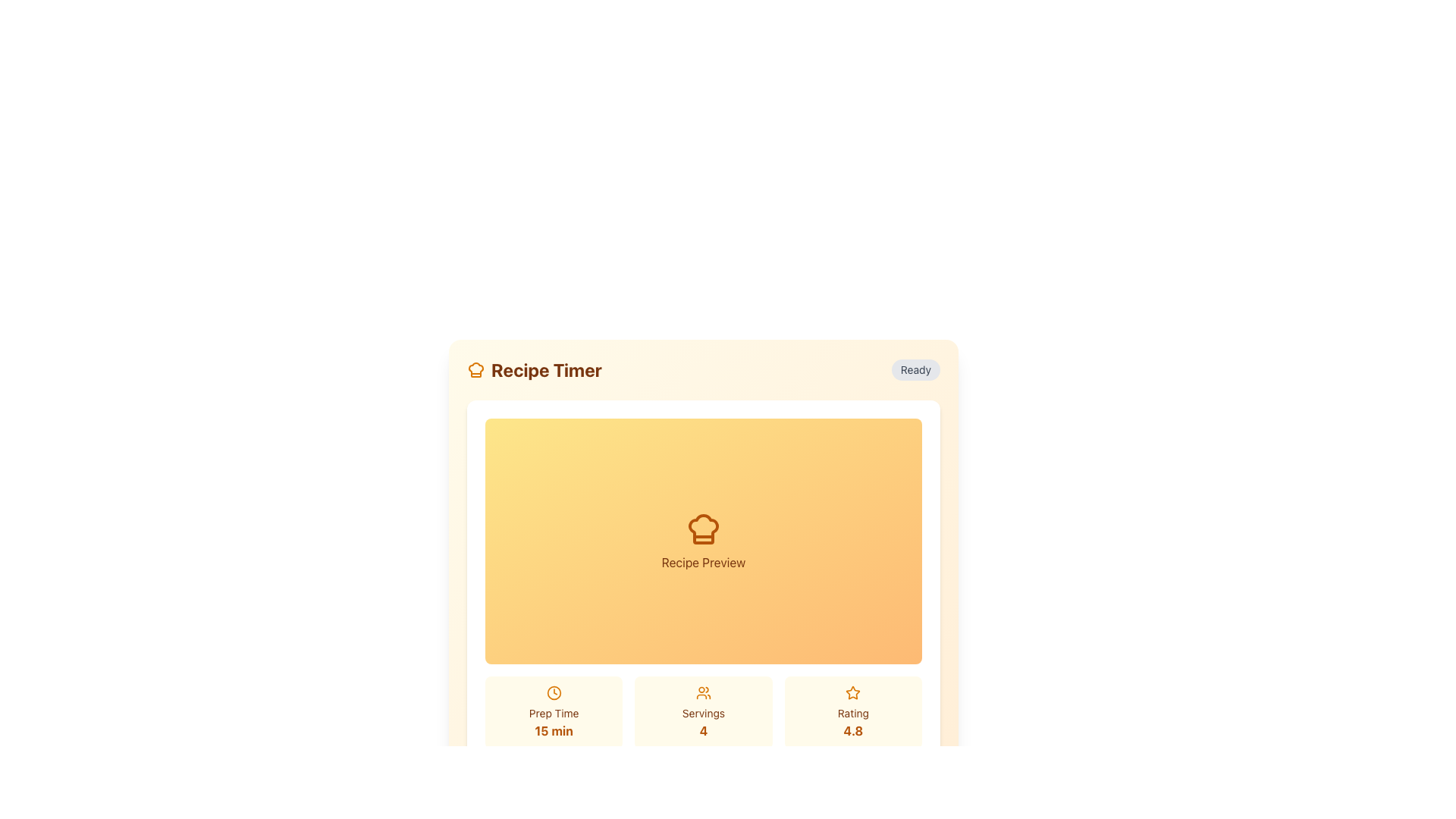 The image size is (1456, 819). What do you see at coordinates (702, 529) in the screenshot?
I see `the chef's hat icon, which is a stylized representation with a brown stroke, located in the yellow-orange 'Recipe Preview' area below the 'Recipe Timer' title` at bounding box center [702, 529].